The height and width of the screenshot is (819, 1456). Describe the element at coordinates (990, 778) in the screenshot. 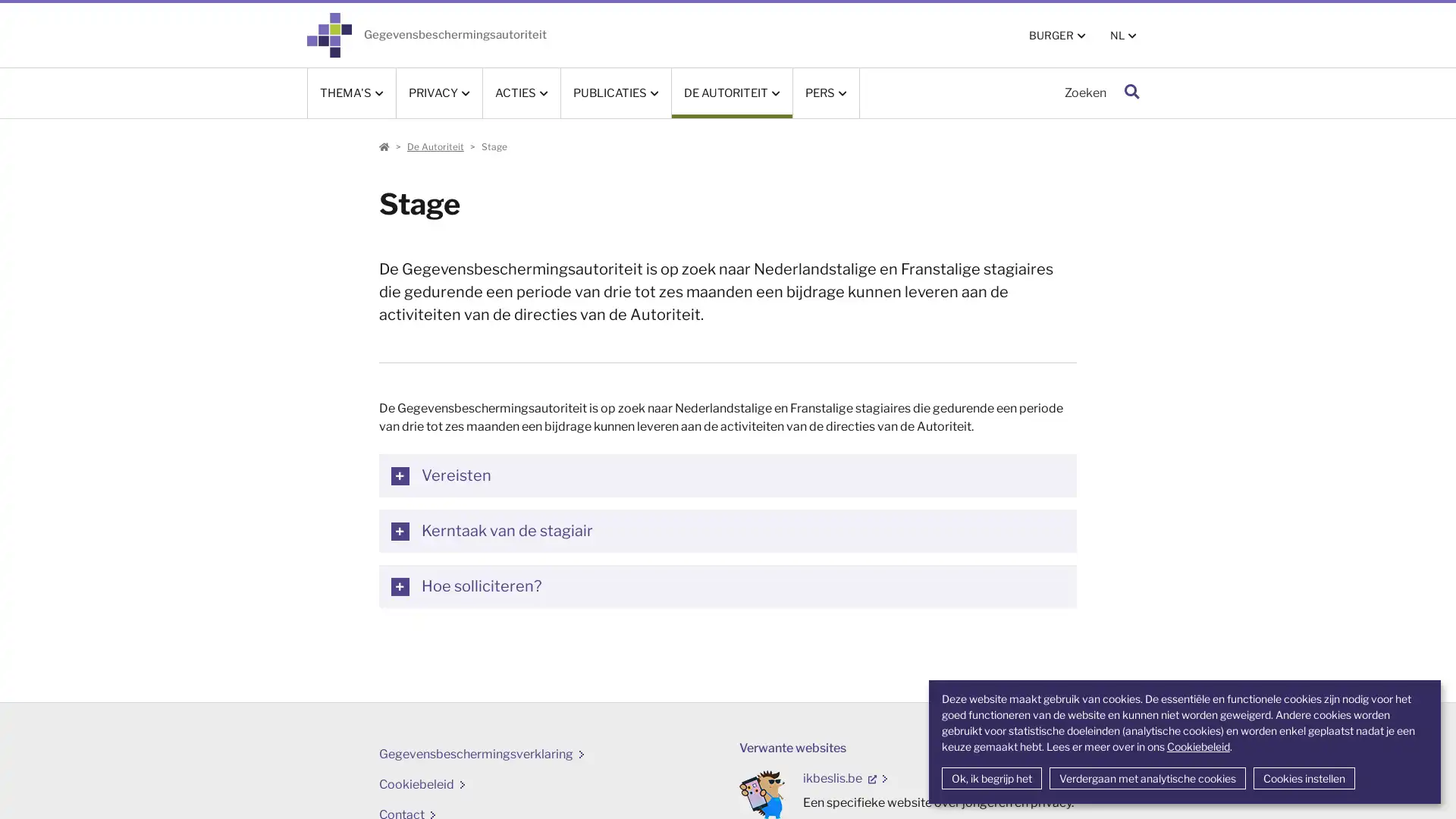

I see `Ok, ik begrijp het` at that location.